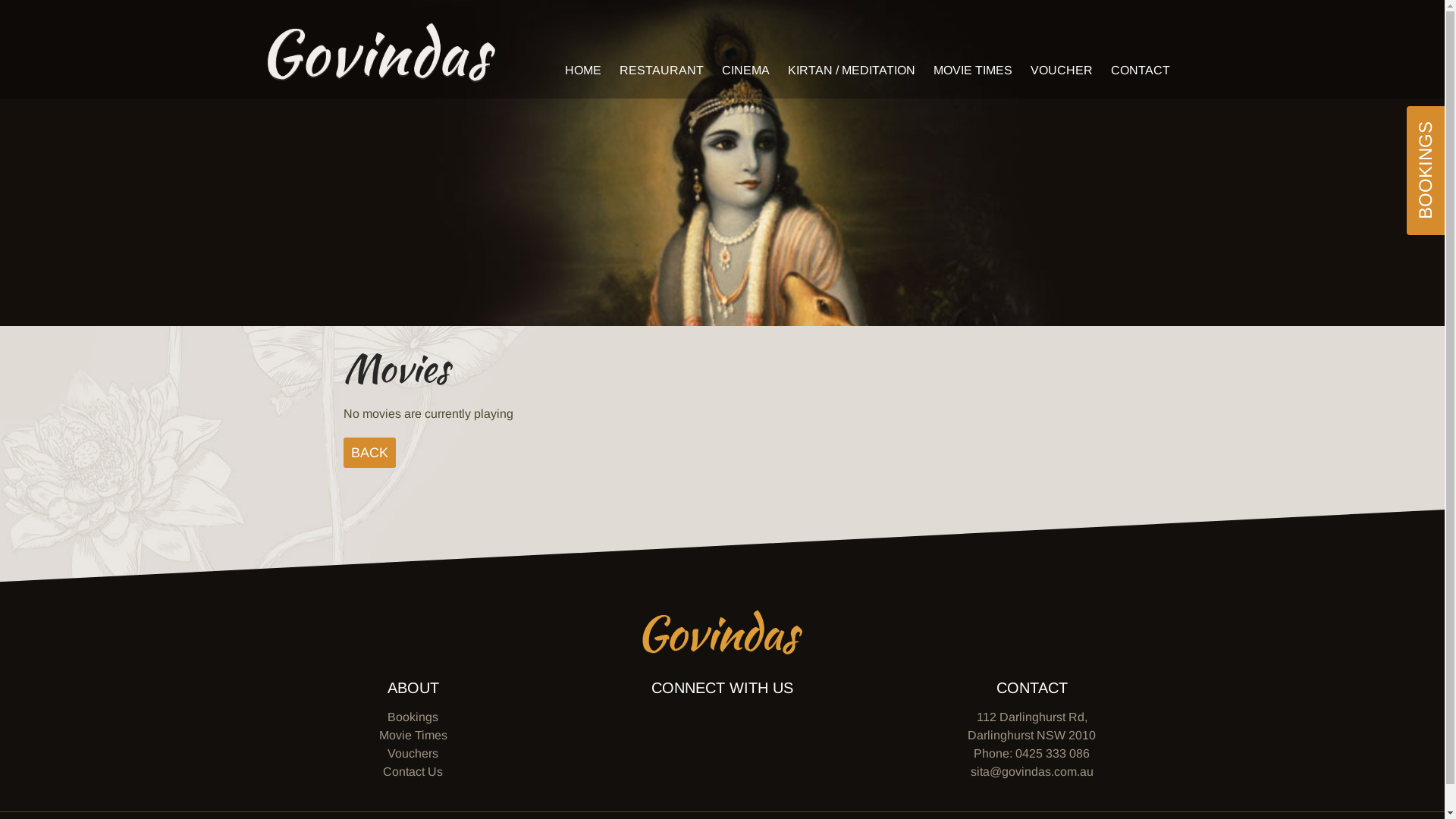 The image size is (1456, 819). What do you see at coordinates (713, 70) in the screenshot?
I see `'CINEMA'` at bounding box center [713, 70].